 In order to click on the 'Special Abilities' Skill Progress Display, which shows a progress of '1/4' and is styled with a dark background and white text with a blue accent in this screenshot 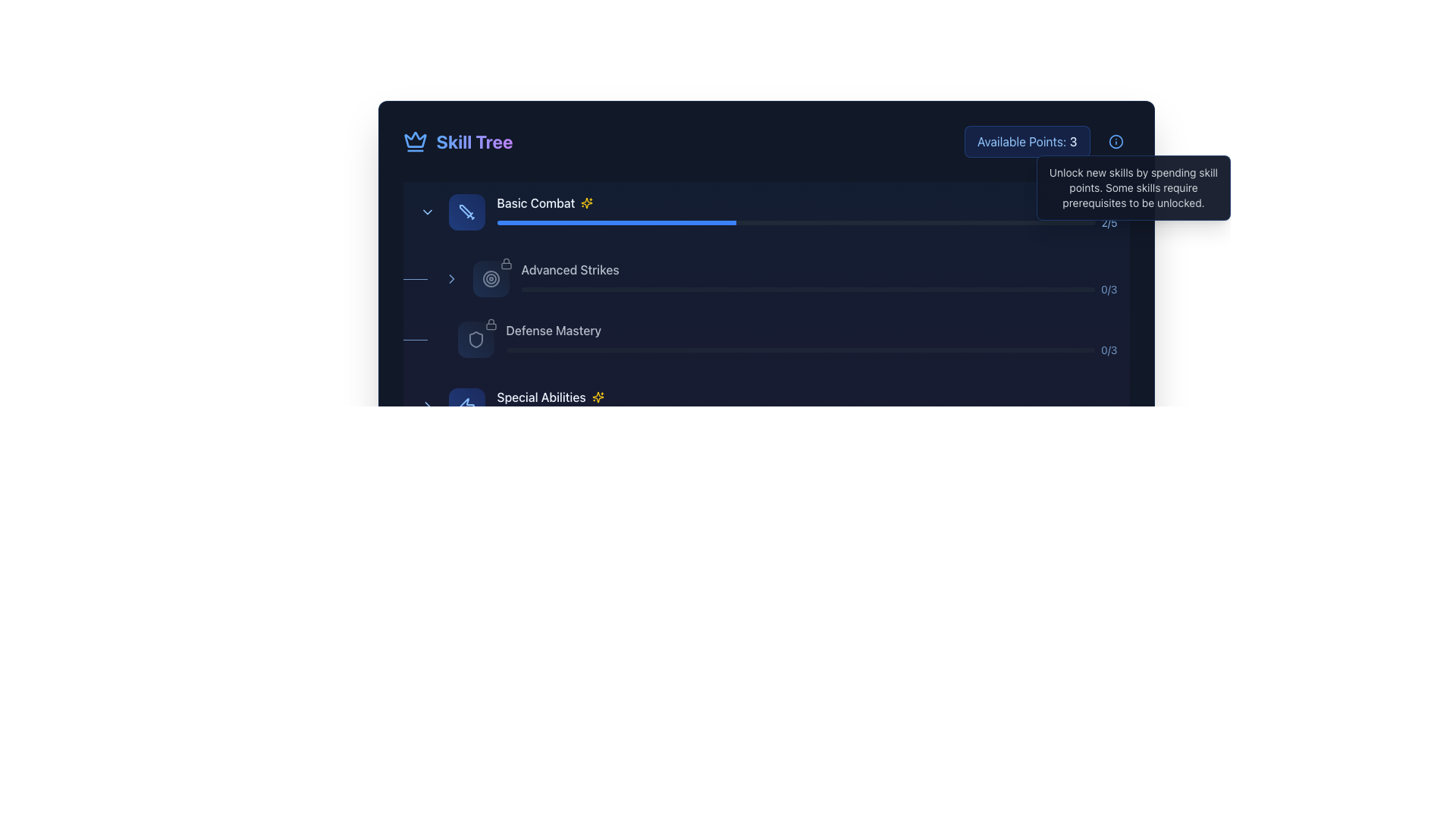, I will do `click(766, 406)`.